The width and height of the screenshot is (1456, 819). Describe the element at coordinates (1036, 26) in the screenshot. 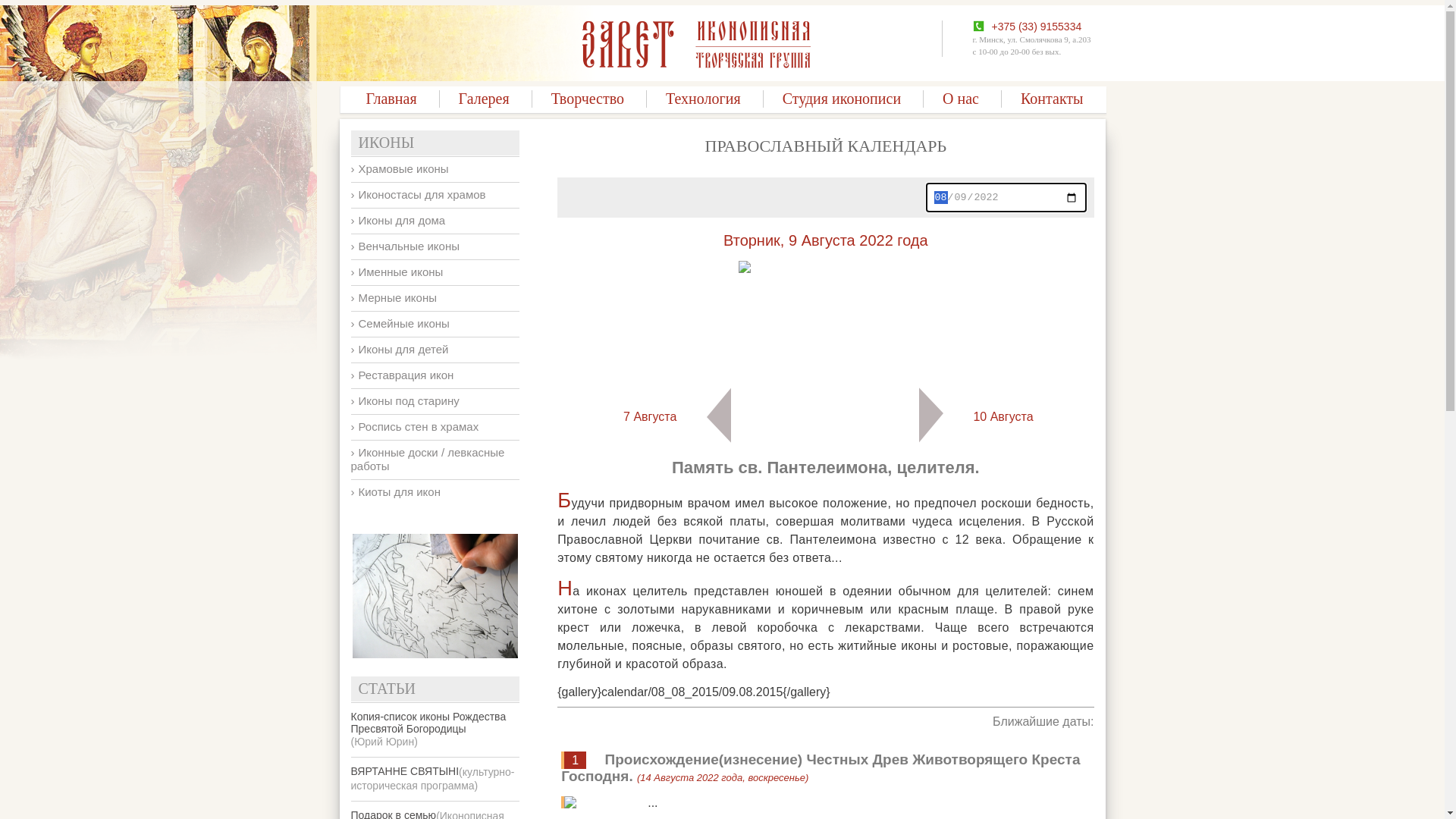

I see `'+375 (33) 9155334'` at that location.